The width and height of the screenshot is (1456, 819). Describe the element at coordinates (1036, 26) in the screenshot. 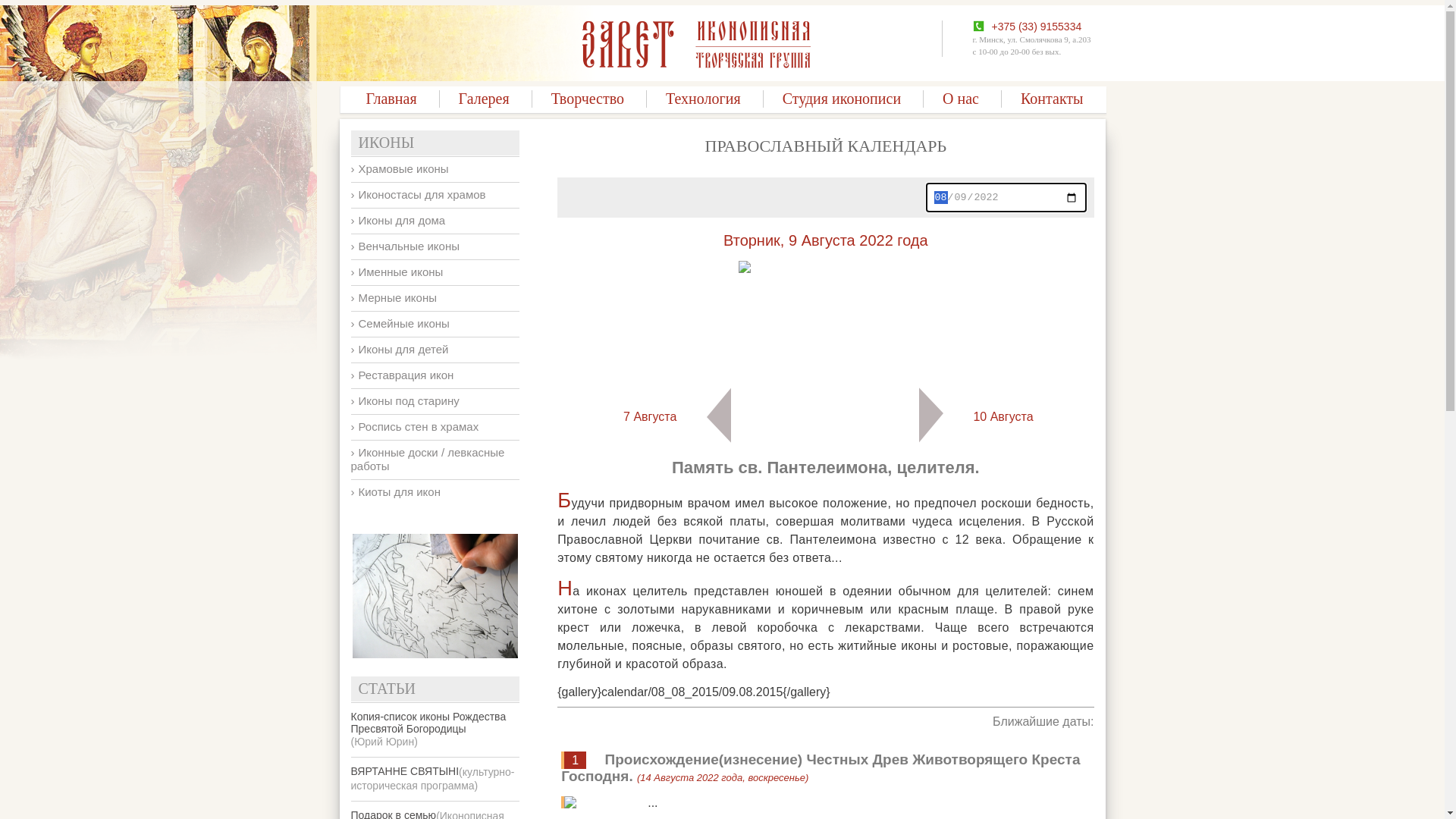

I see `'+375 (33) 9155334'` at that location.